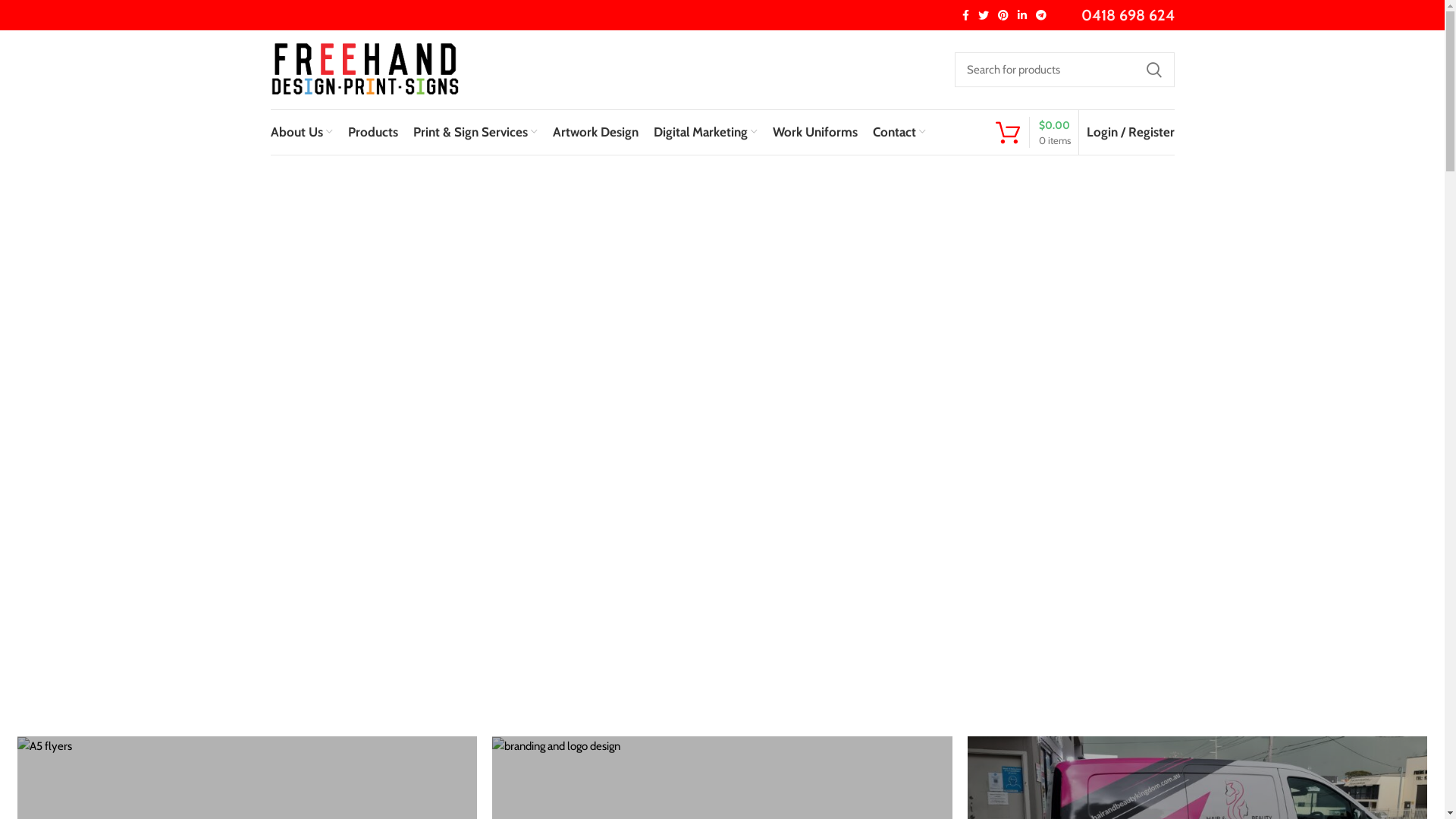 The height and width of the screenshot is (819, 1456). Describe the element at coordinates (301, 130) in the screenshot. I see `'About Us'` at that location.